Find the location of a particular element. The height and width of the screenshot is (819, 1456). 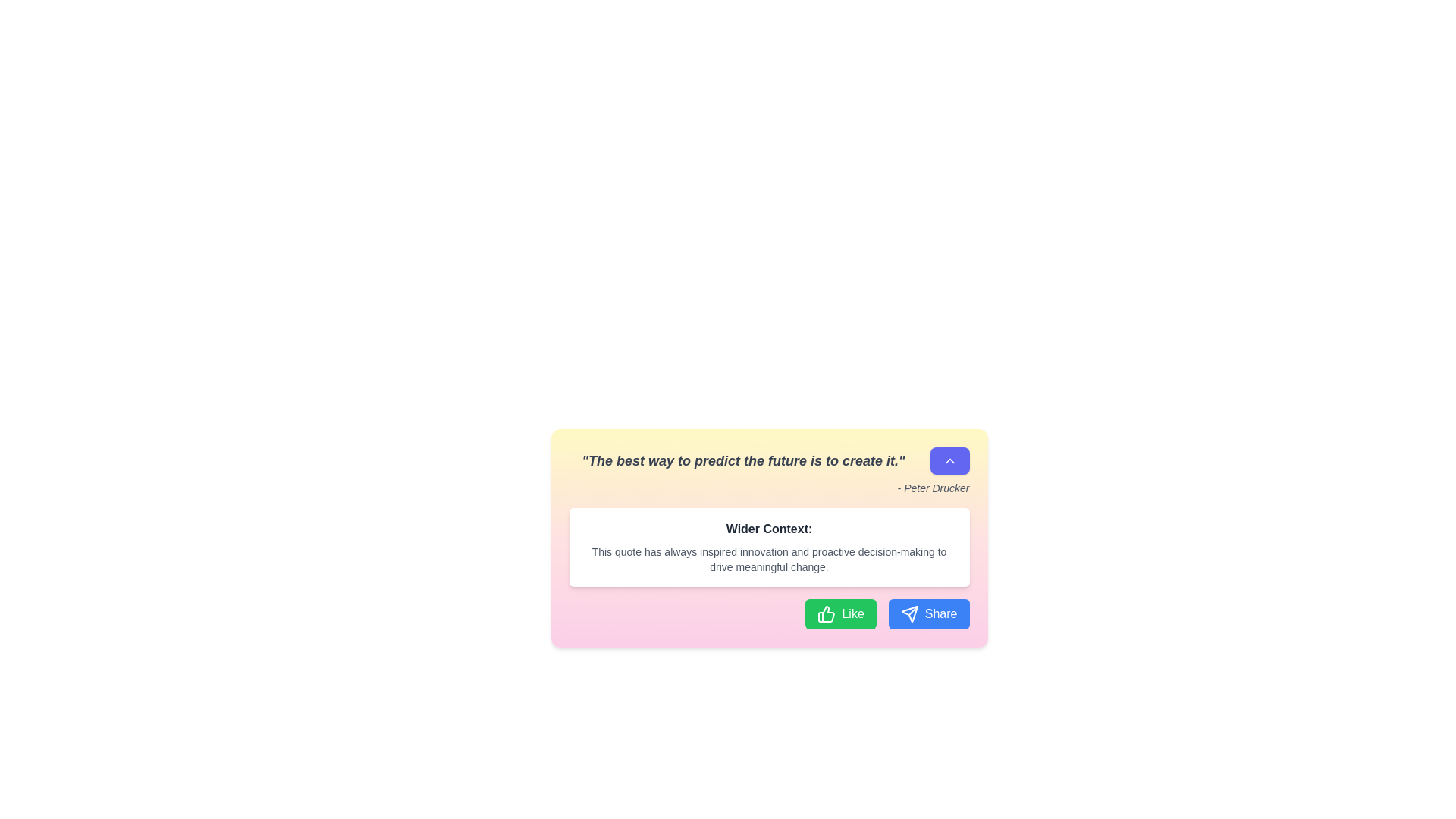

the green 'Like' button with a thumbs-up icon is located at coordinates (840, 614).